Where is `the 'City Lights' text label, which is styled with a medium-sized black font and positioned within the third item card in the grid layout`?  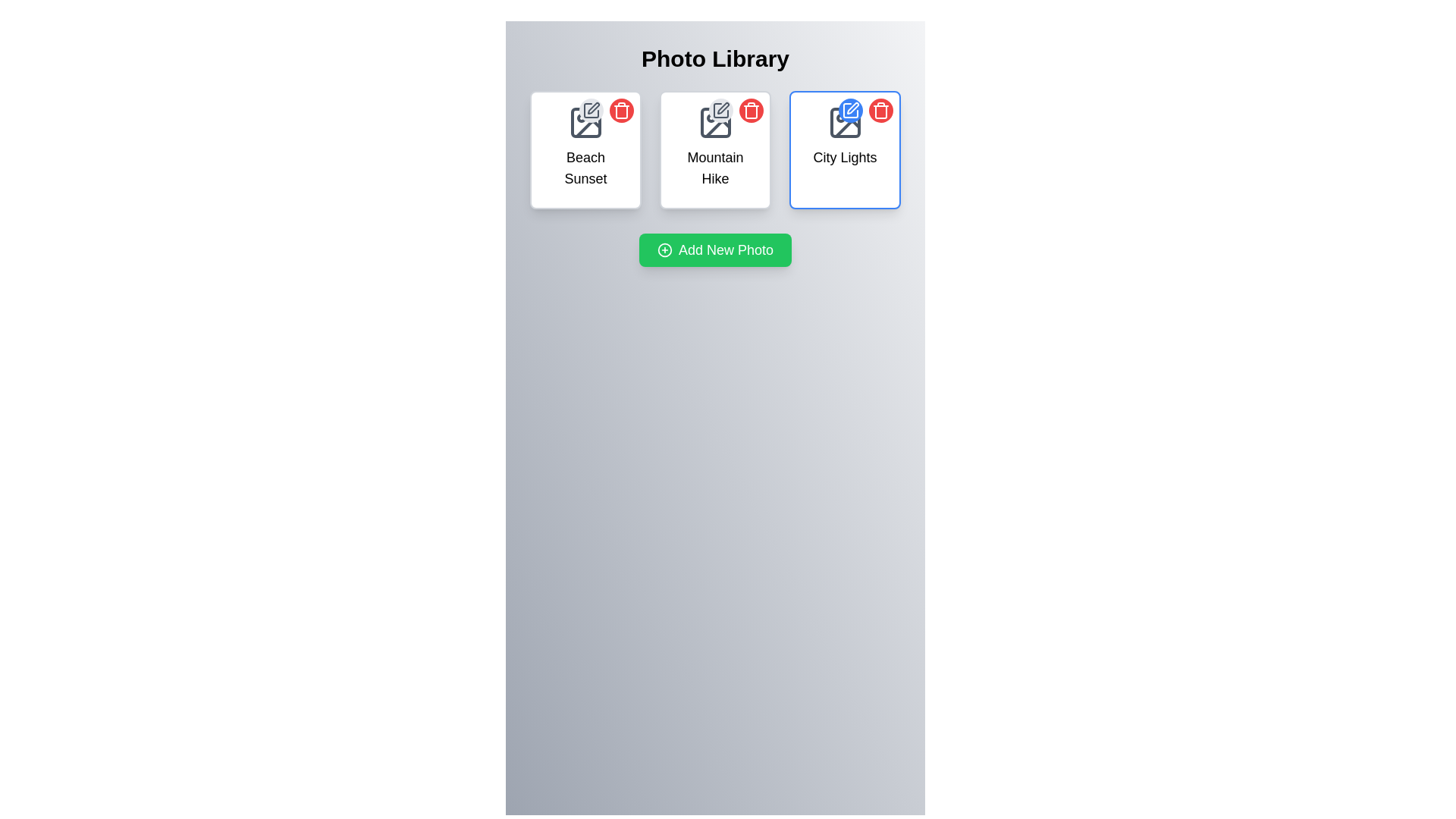 the 'City Lights' text label, which is styled with a medium-sized black font and positioned within the third item card in the grid layout is located at coordinates (844, 158).